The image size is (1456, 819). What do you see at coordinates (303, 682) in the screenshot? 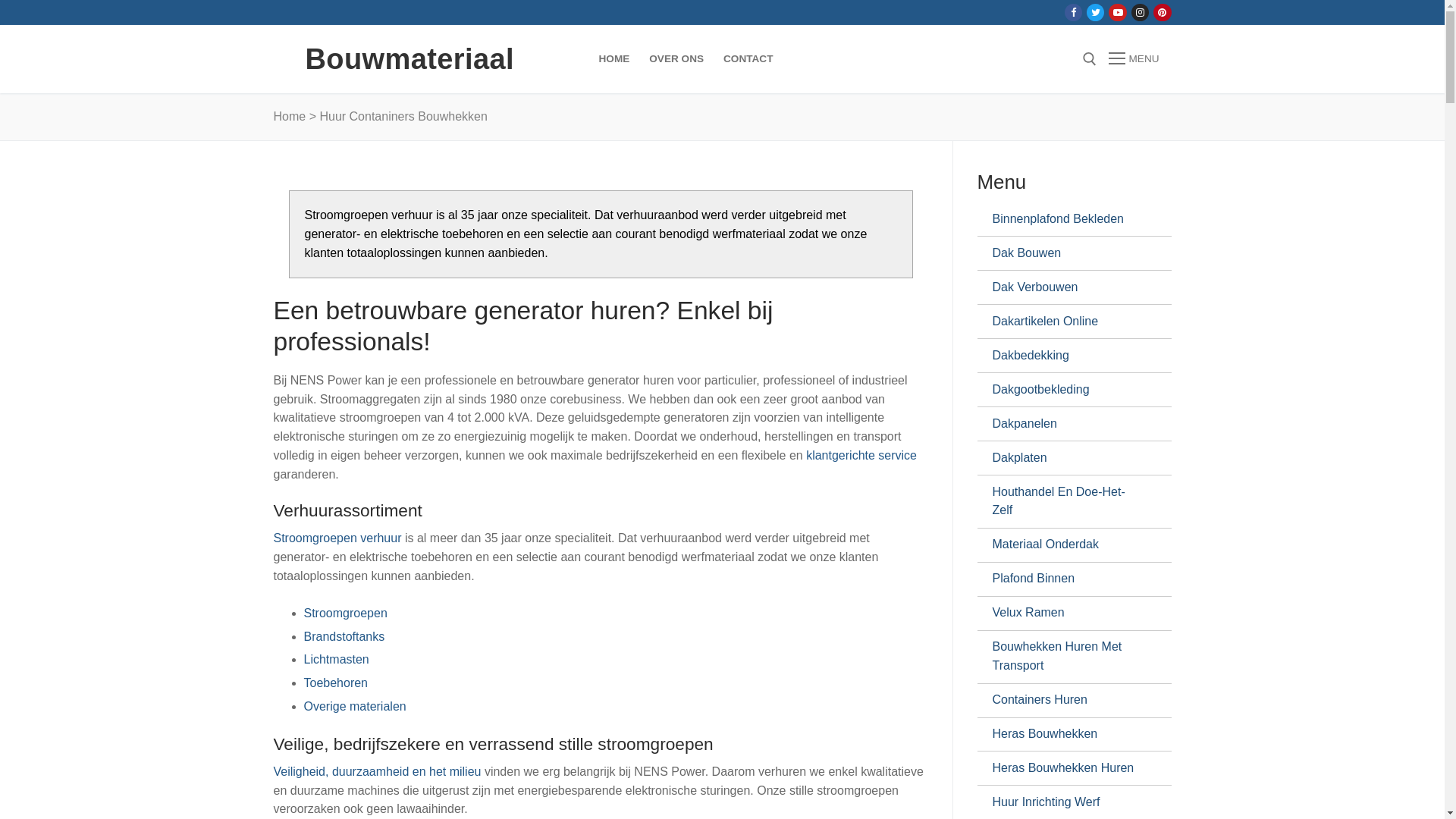
I see `'Toebehoren'` at bounding box center [303, 682].